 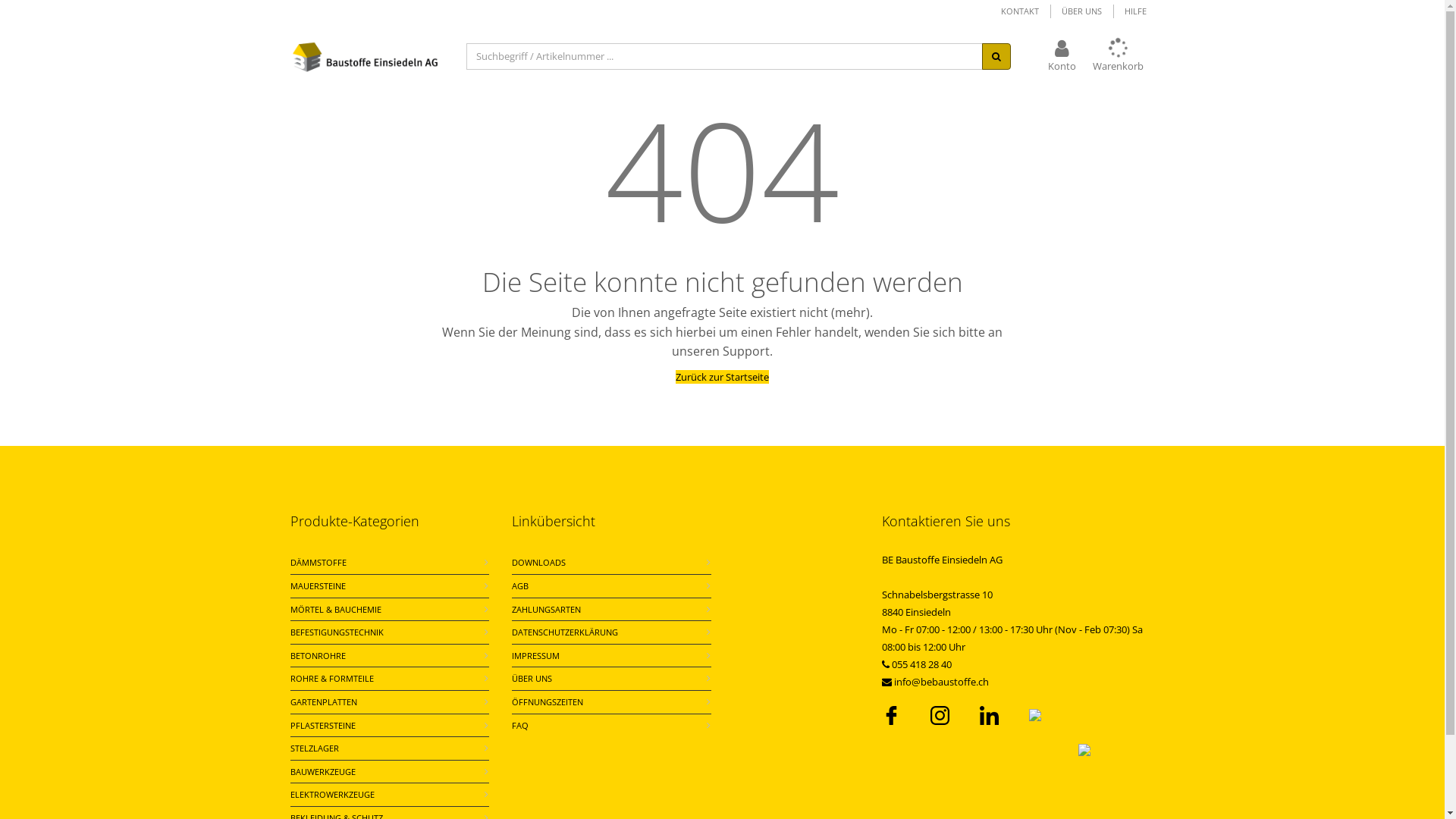 What do you see at coordinates (940, 680) in the screenshot?
I see `'info@bebaustoffe.ch'` at bounding box center [940, 680].